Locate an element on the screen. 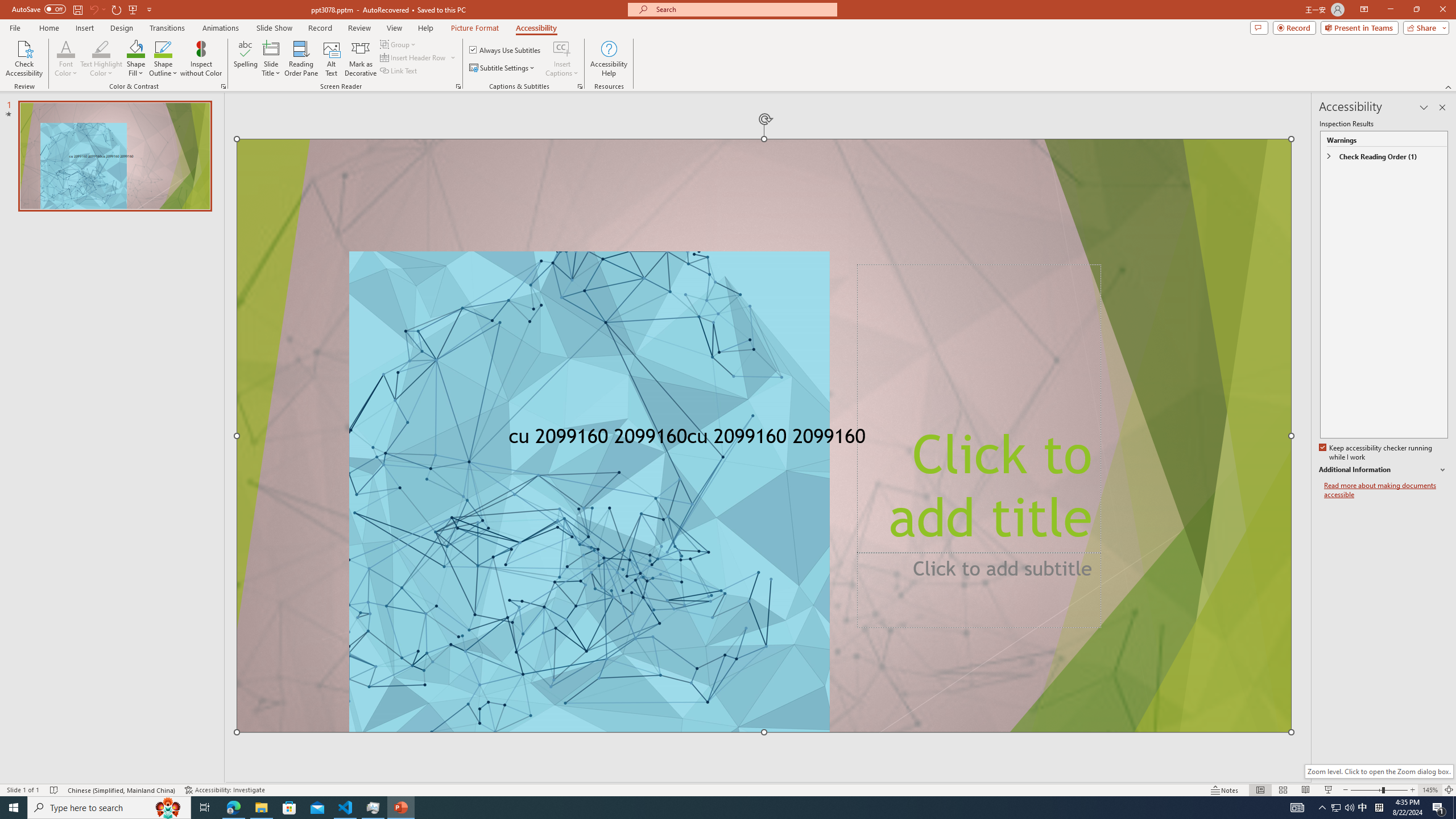 This screenshot has width=1456, height=819. 'Keep accessibility checker running while I work' is located at coordinates (1376, 453).